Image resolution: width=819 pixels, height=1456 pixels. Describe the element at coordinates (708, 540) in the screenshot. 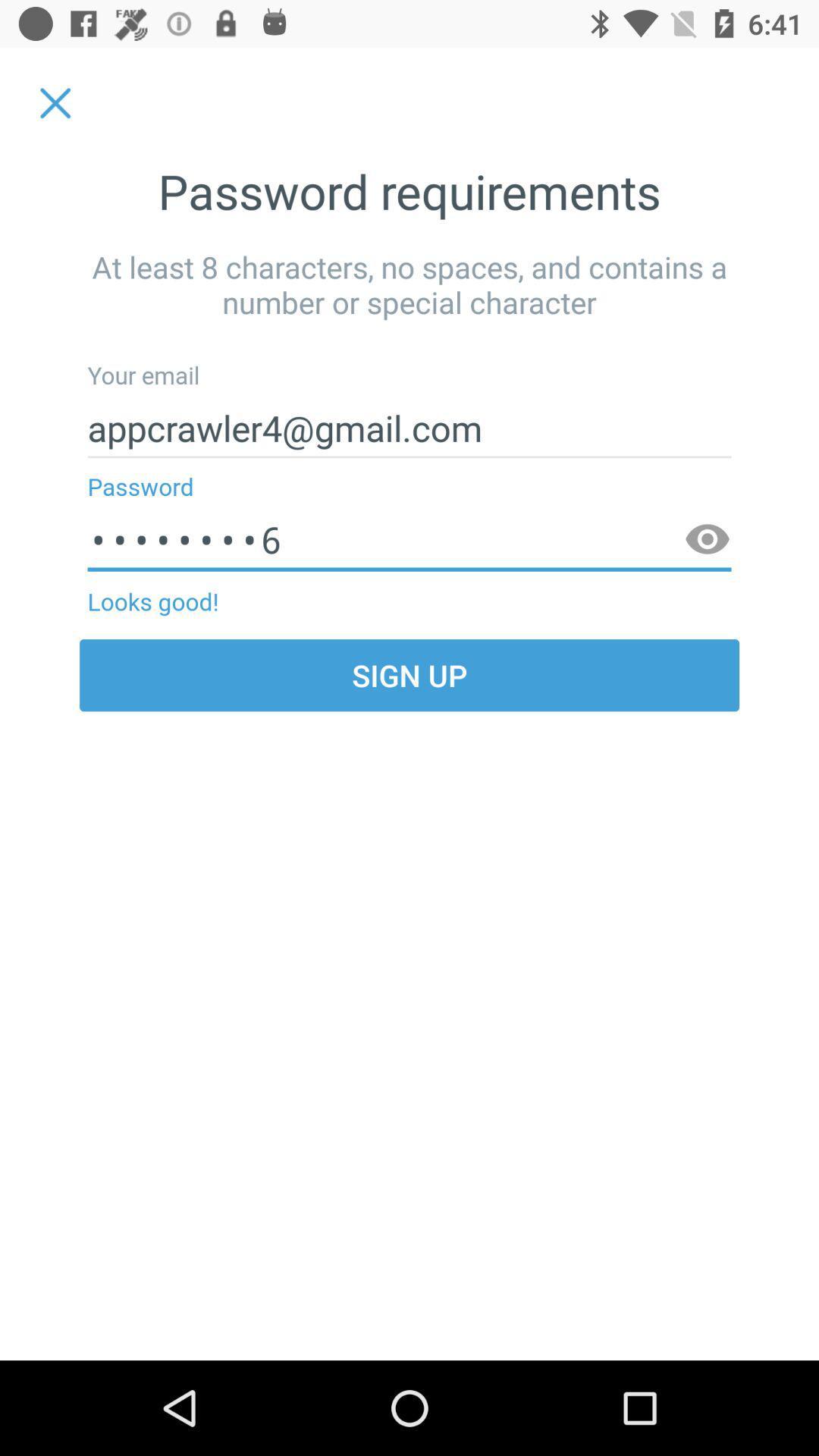

I see `item below the appcrawler4@gmail.com` at that location.